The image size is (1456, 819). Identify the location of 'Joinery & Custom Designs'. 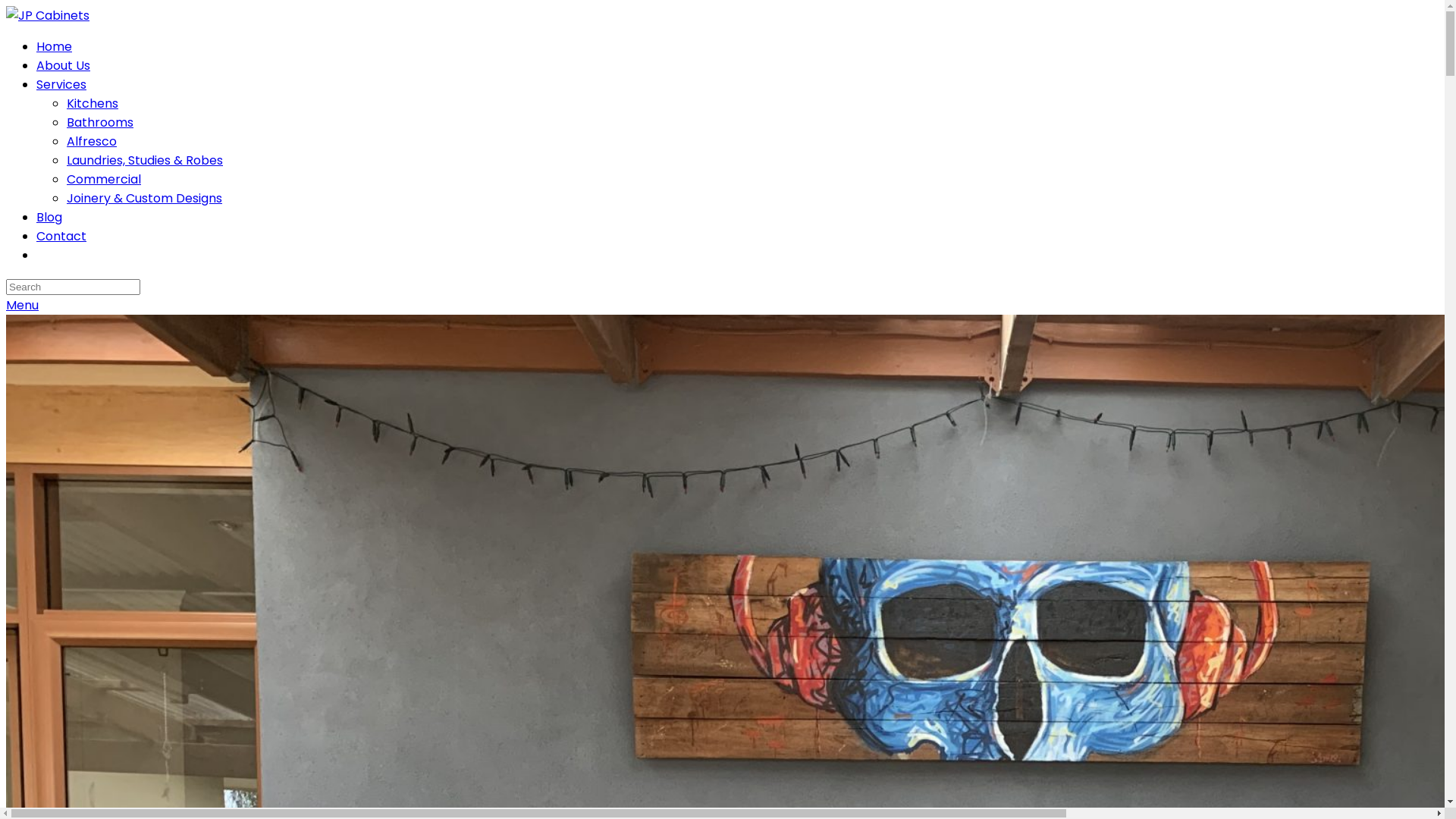
(144, 197).